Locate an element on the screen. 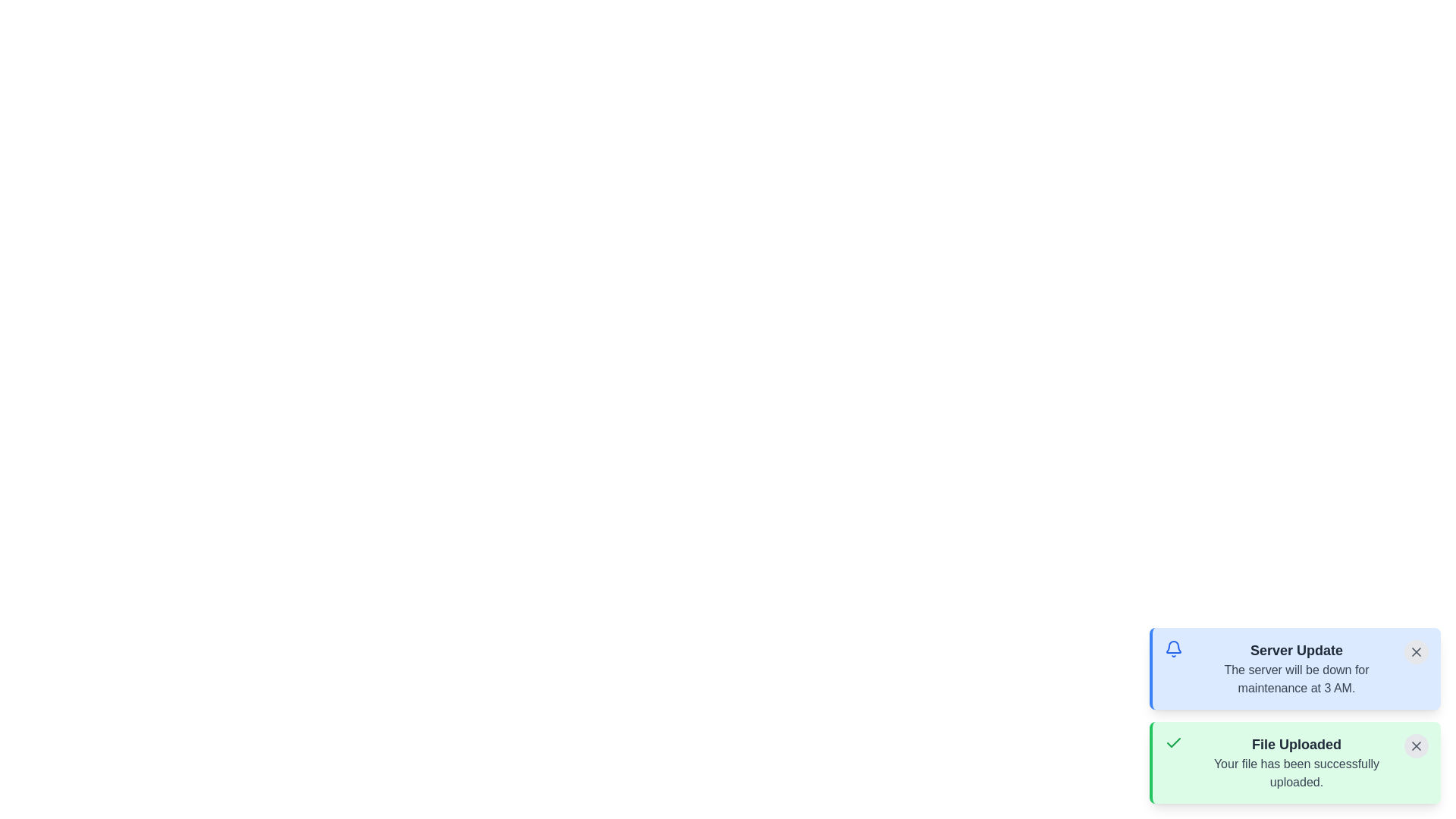  the Close icon in the top-right corner of the 'Server Update' notification is located at coordinates (1415, 651).